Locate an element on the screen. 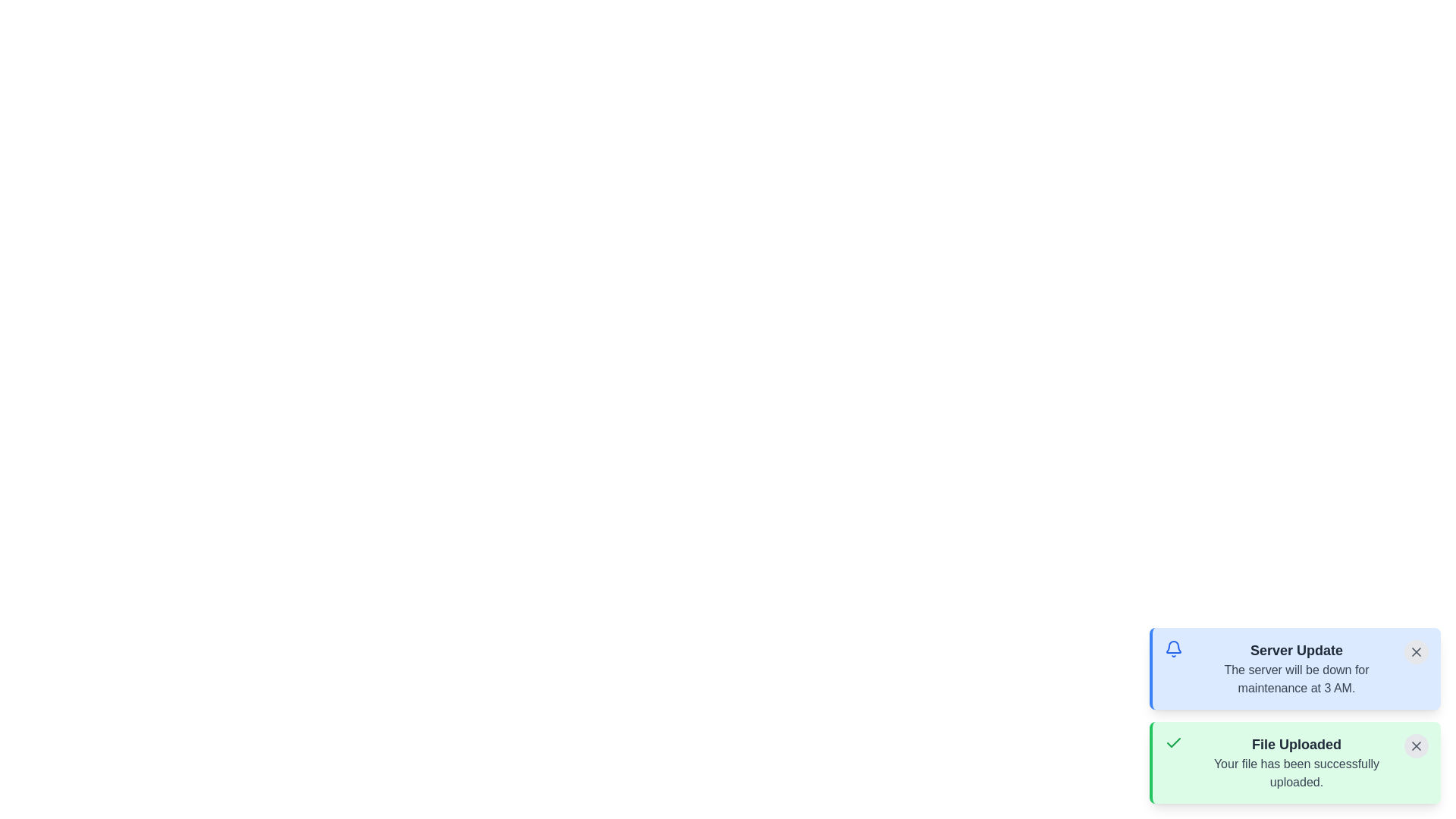  the Close icon in the top-right corner of the 'Server Update' notification is located at coordinates (1415, 651).